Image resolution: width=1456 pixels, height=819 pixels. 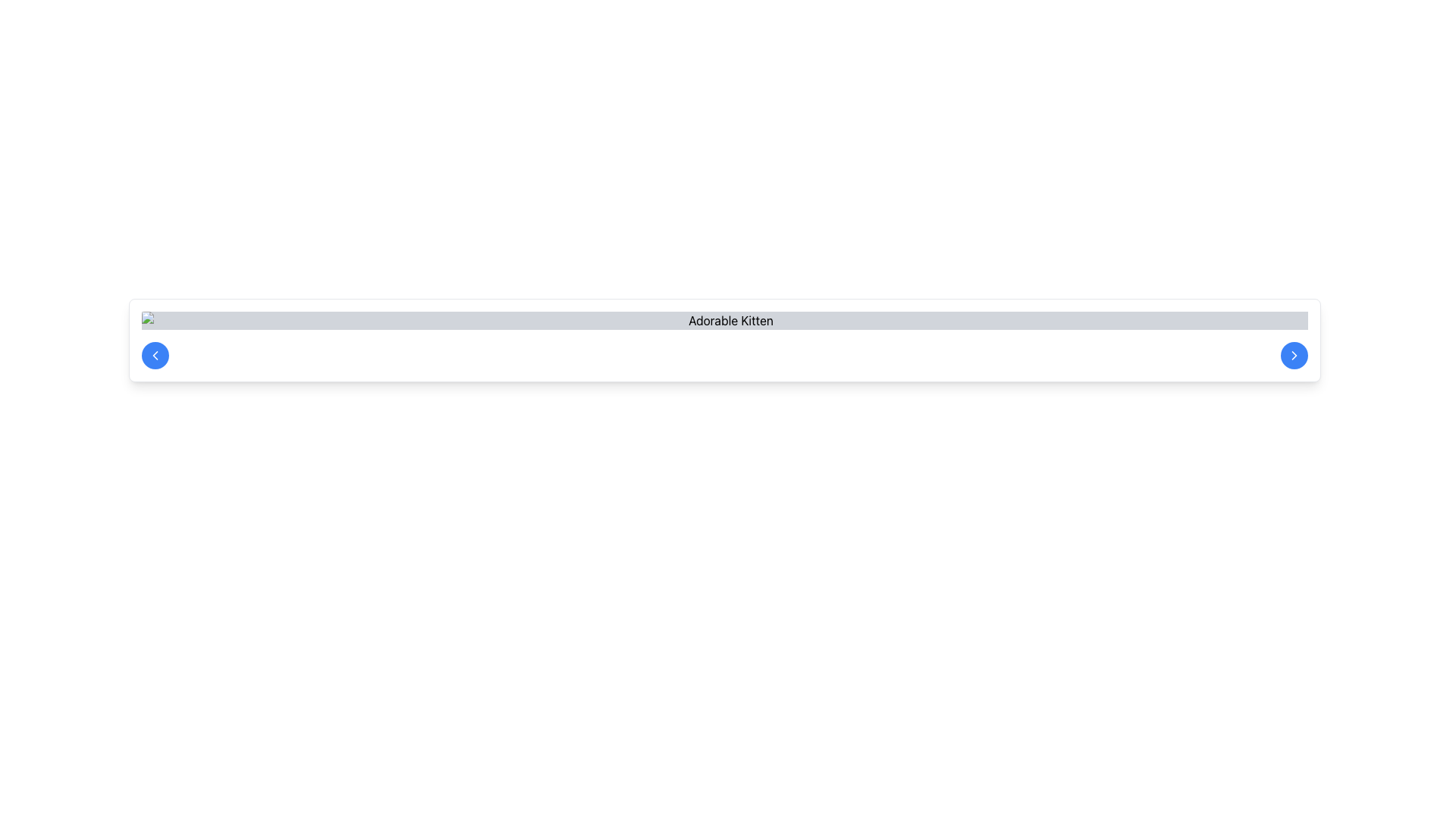 I want to click on the left-pointing chevron icon, which is positioned adjacent to the text 'Adorable Kitten', so click(x=155, y=356).